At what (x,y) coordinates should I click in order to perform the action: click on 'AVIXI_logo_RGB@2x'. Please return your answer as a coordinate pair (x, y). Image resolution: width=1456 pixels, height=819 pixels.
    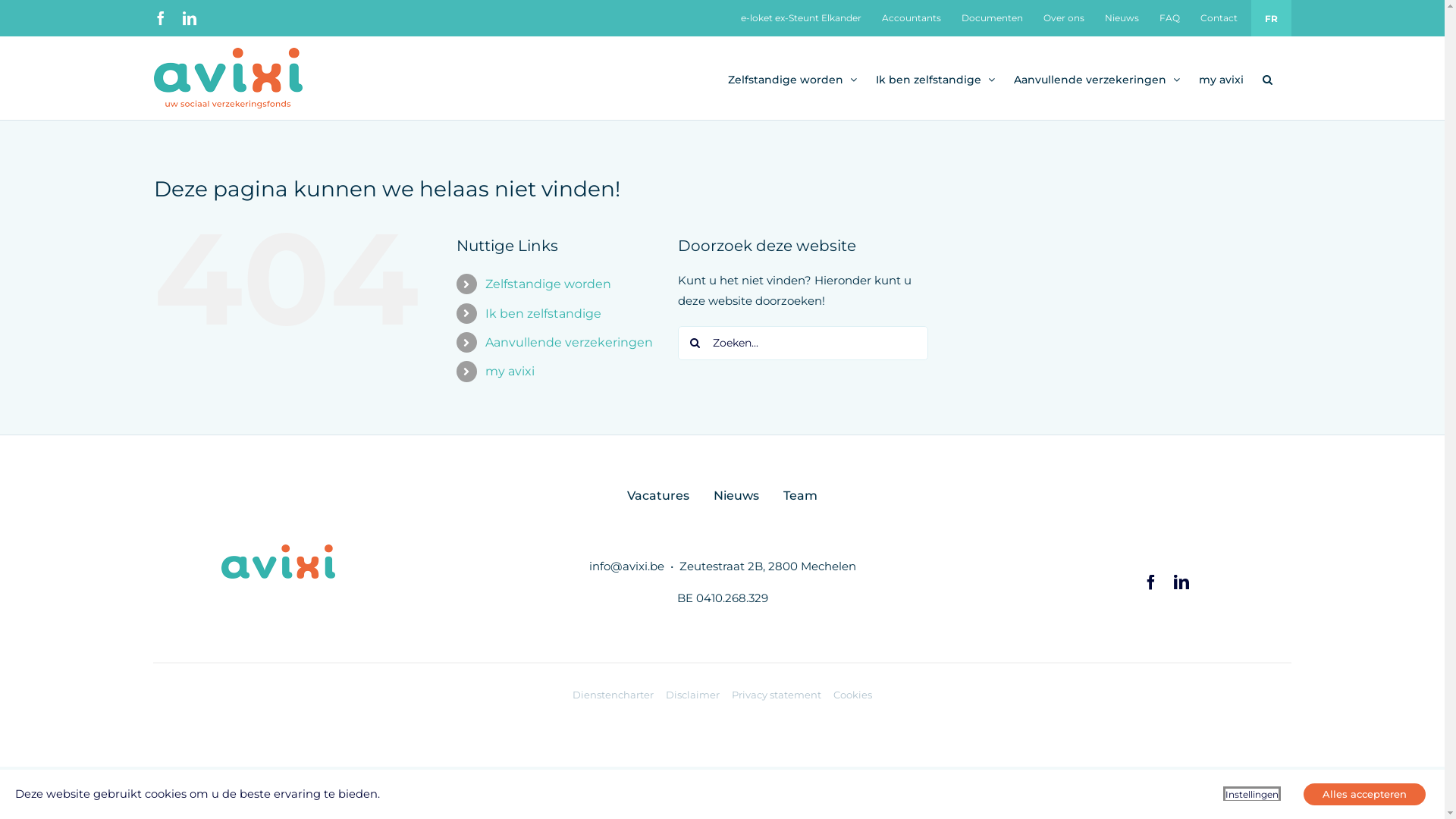
    Looking at the image, I should click on (221, 561).